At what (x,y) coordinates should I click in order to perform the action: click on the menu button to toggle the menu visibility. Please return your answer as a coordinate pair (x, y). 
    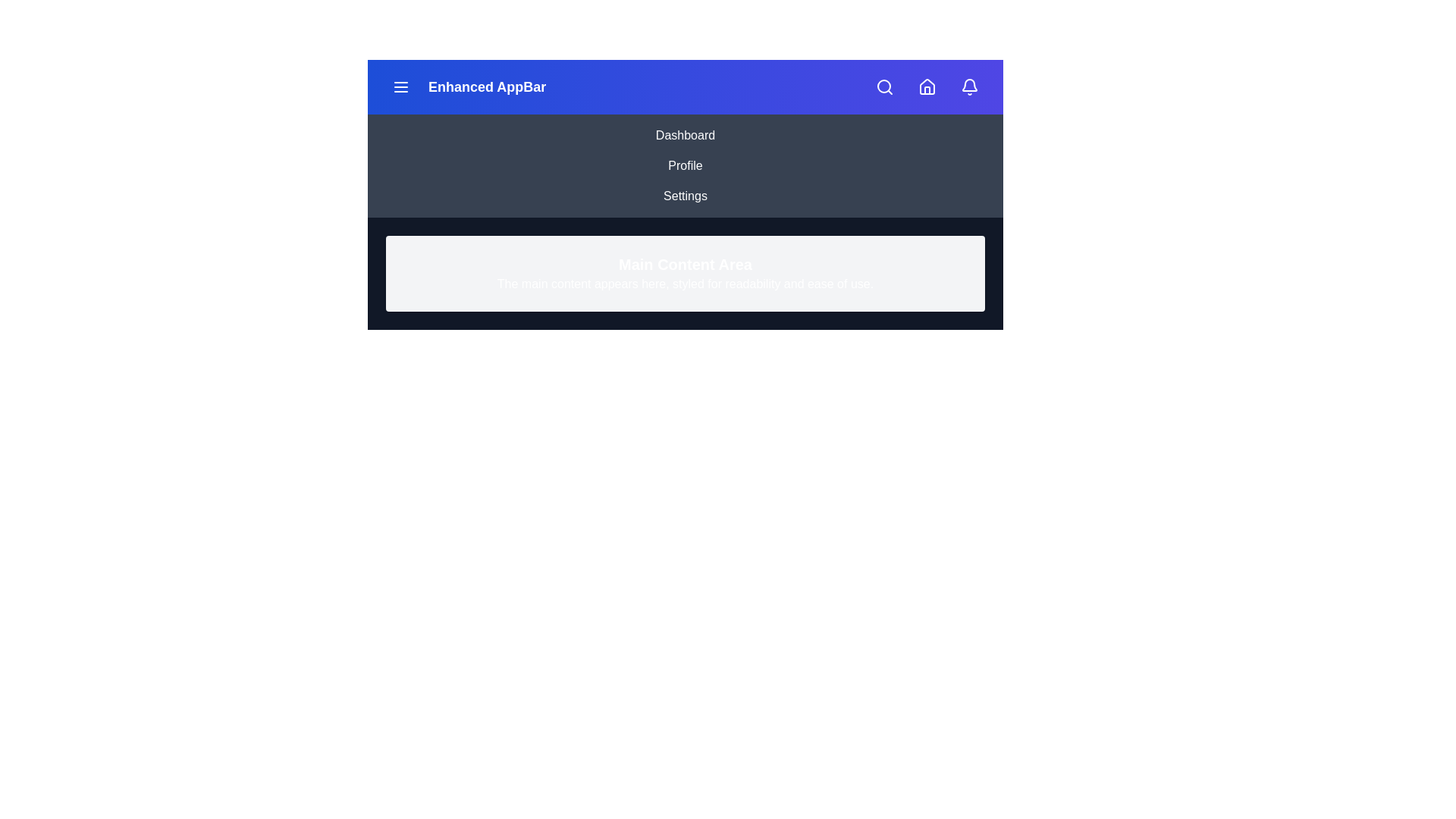
    Looking at the image, I should click on (400, 87).